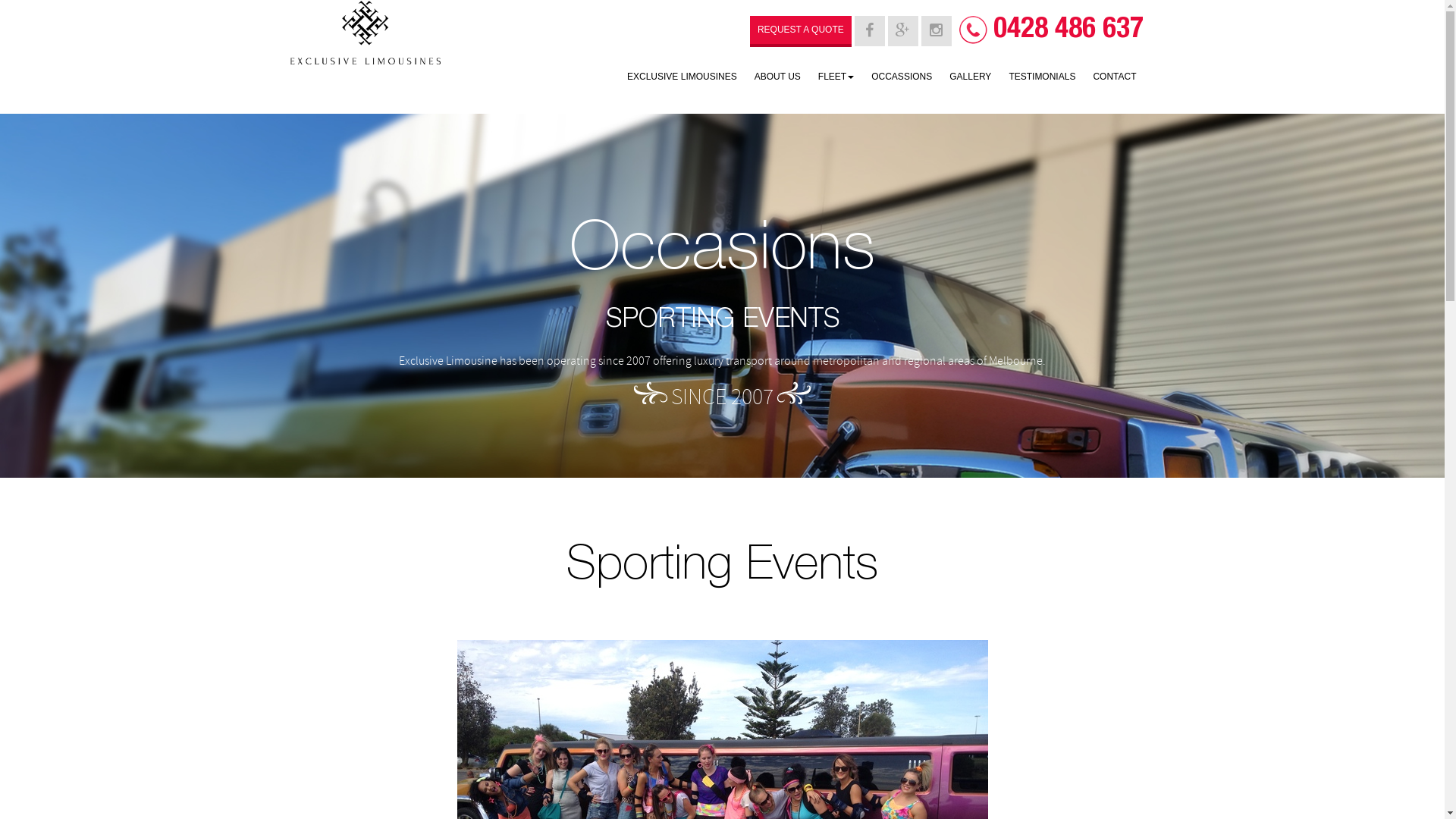 The width and height of the screenshot is (1456, 819). What do you see at coordinates (1068, 30) in the screenshot?
I see `'0428 486 637'` at bounding box center [1068, 30].